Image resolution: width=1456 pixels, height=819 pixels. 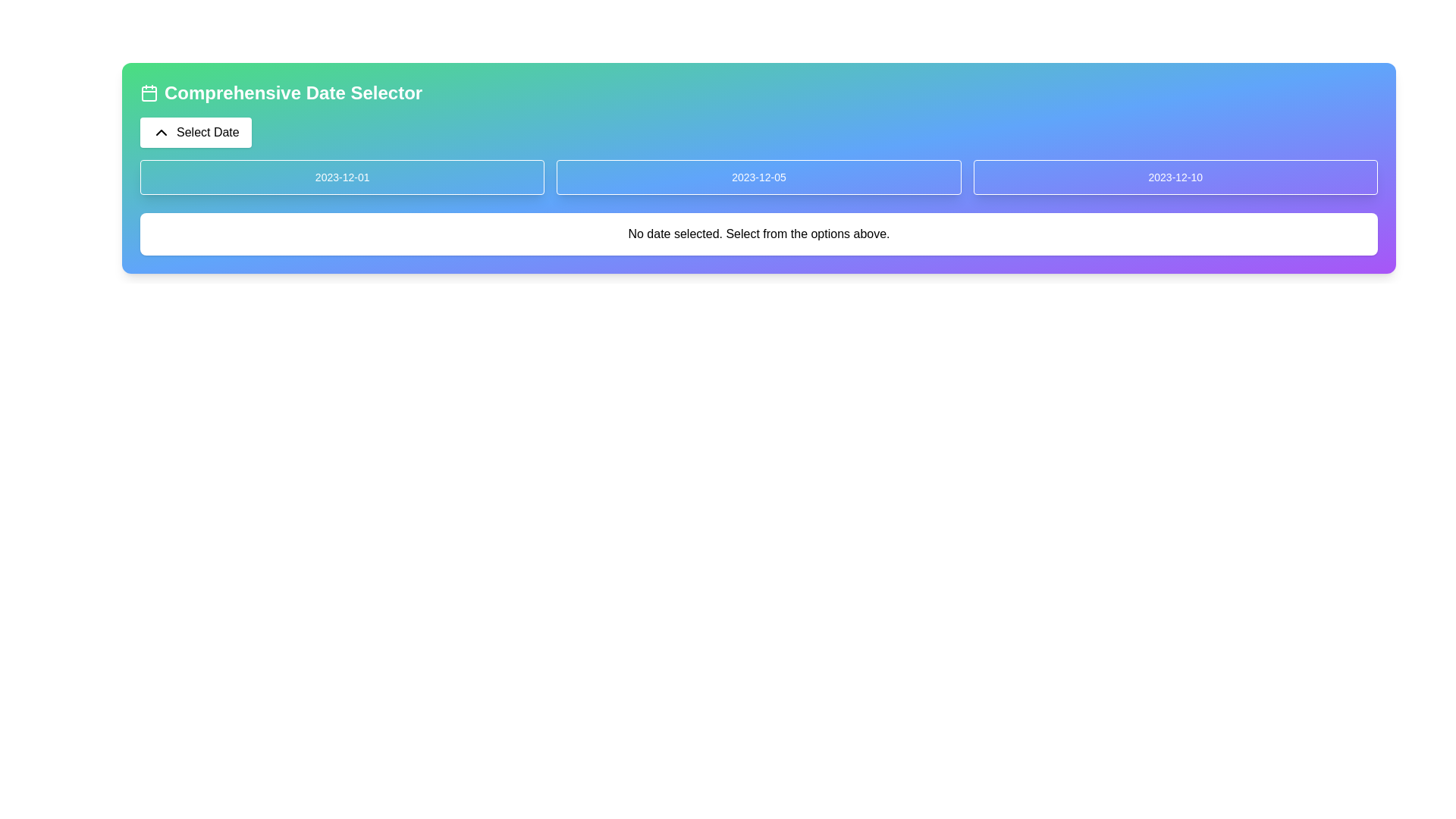 I want to click on the button labeled '2023-12-01', which is a rectangular button with rounded corners on a gradient blue background, so click(x=341, y=177).